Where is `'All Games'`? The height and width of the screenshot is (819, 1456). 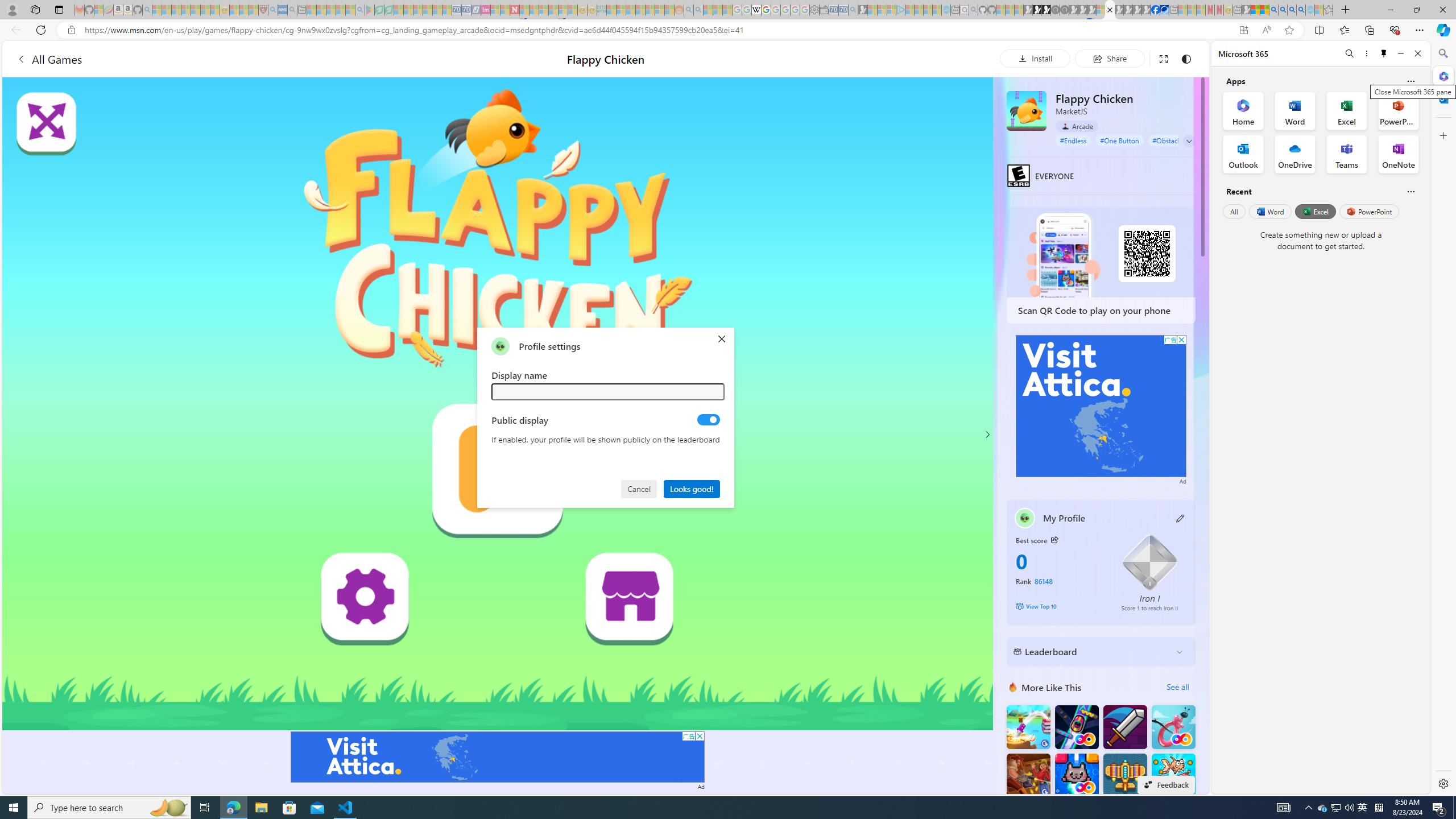
'All Games' is located at coordinates (49, 59).